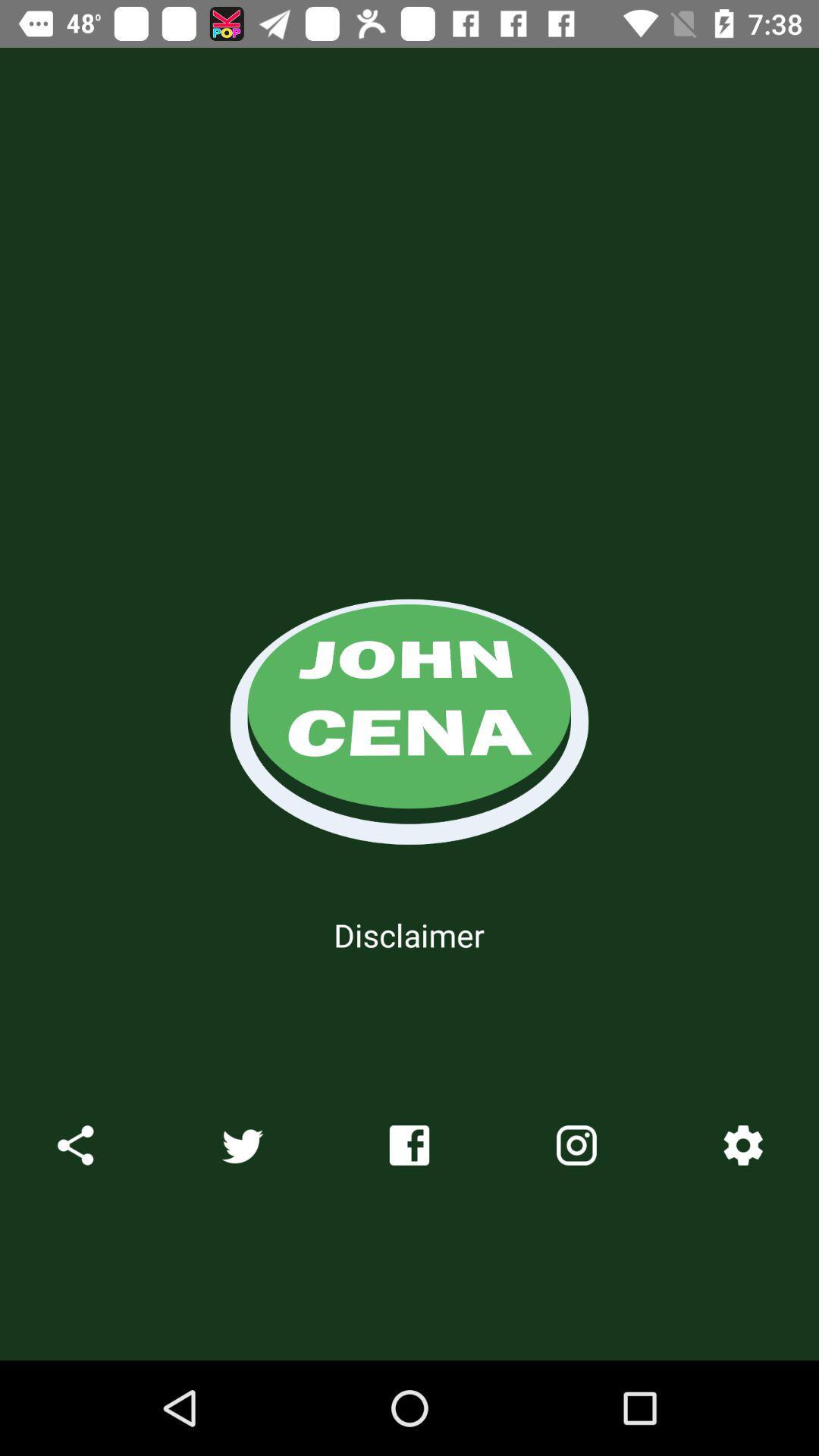  What do you see at coordinates (742, 1145) in the screenshot?
I see `the settings icon` at bounding box center [742, 1145].